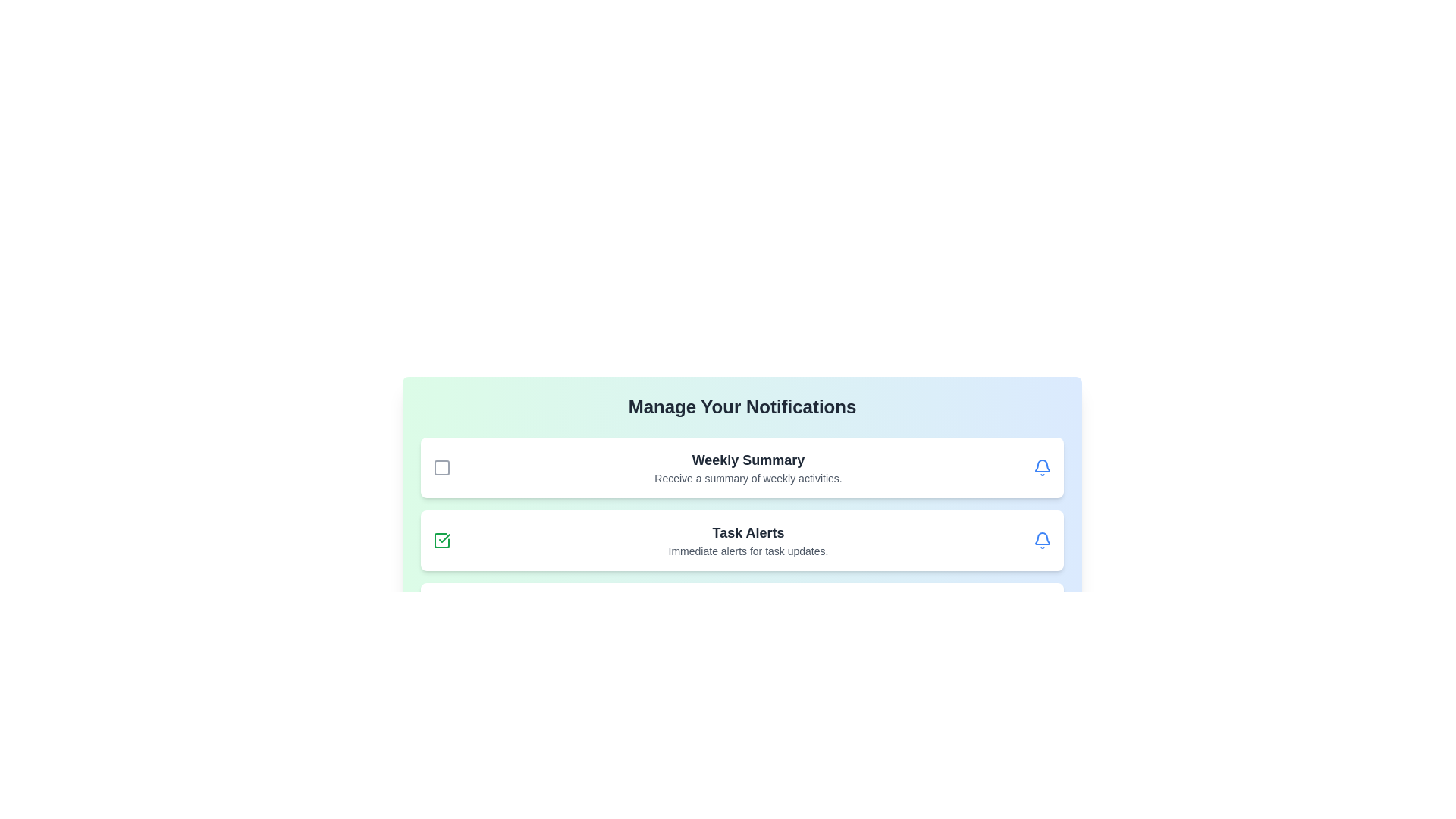  What do you see at coordinates (441, 467) in the screenshot?
I see `the state of the notification icon located to the left of the 'Weekly Summary' label in the notification management panel` at bounding box center [441, 467].